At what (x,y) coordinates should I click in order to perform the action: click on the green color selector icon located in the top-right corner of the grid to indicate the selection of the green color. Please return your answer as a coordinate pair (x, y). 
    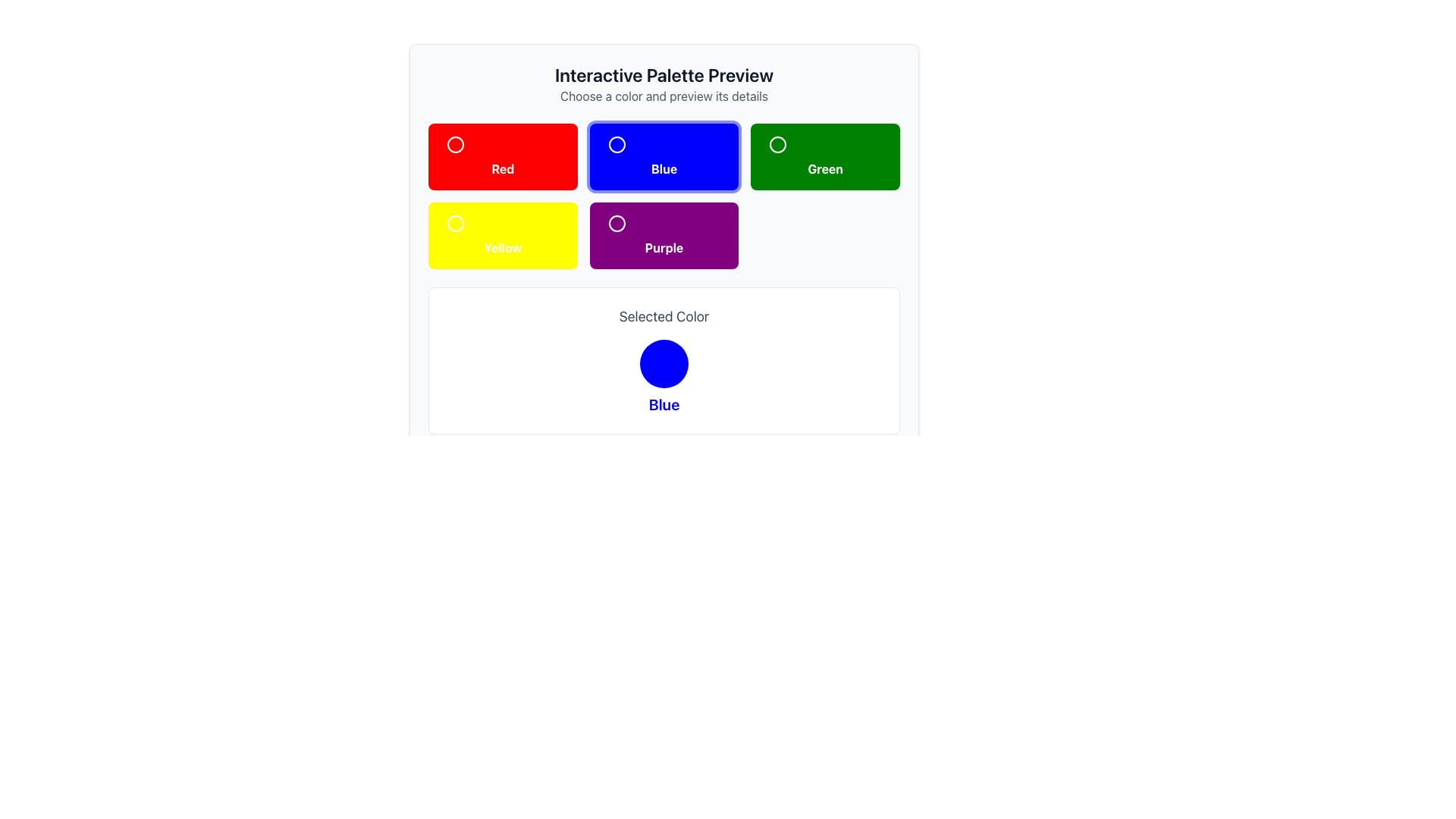
    Looking at the image, I should click on (778, 145).